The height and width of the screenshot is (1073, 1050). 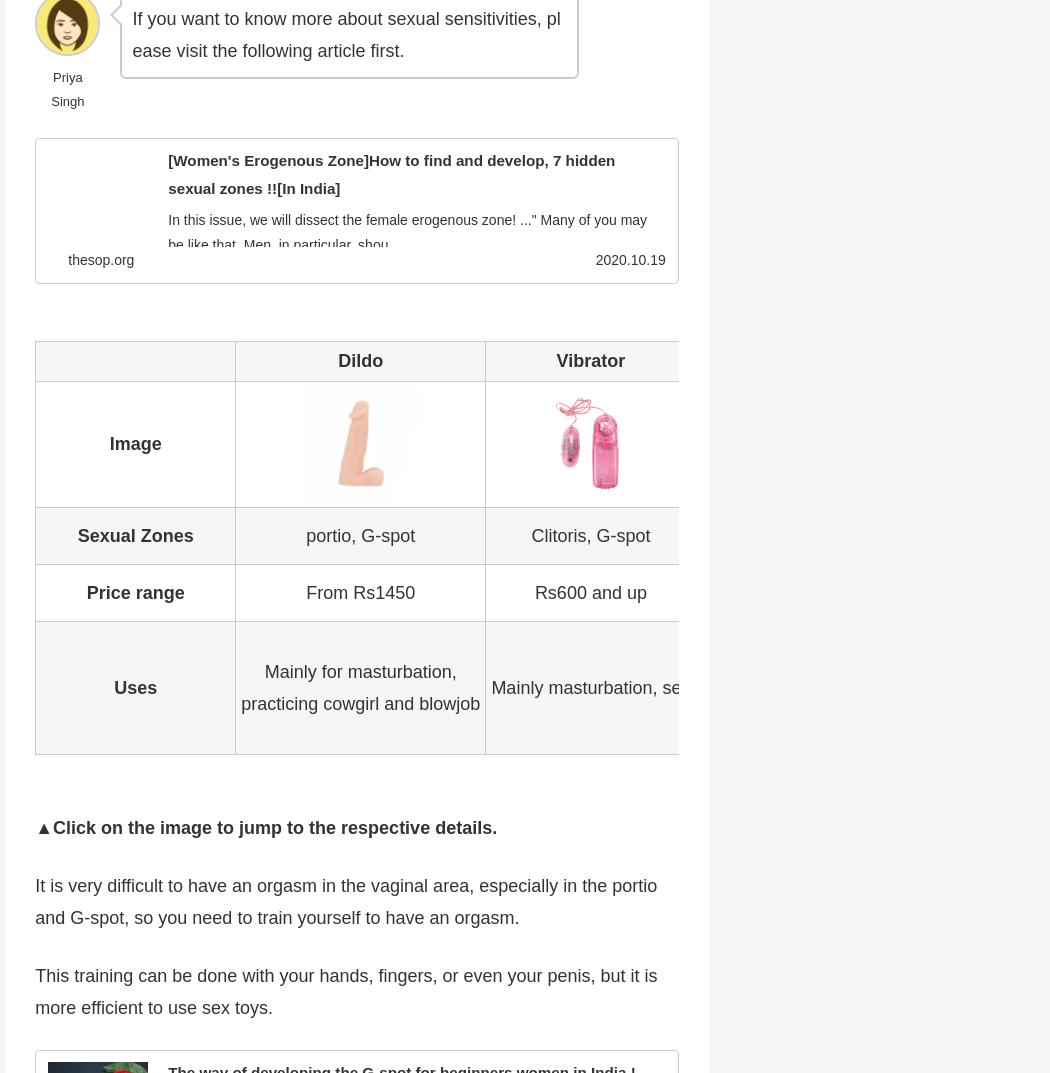 I want to click on 'thesop.org', so click(x=67, y=258).